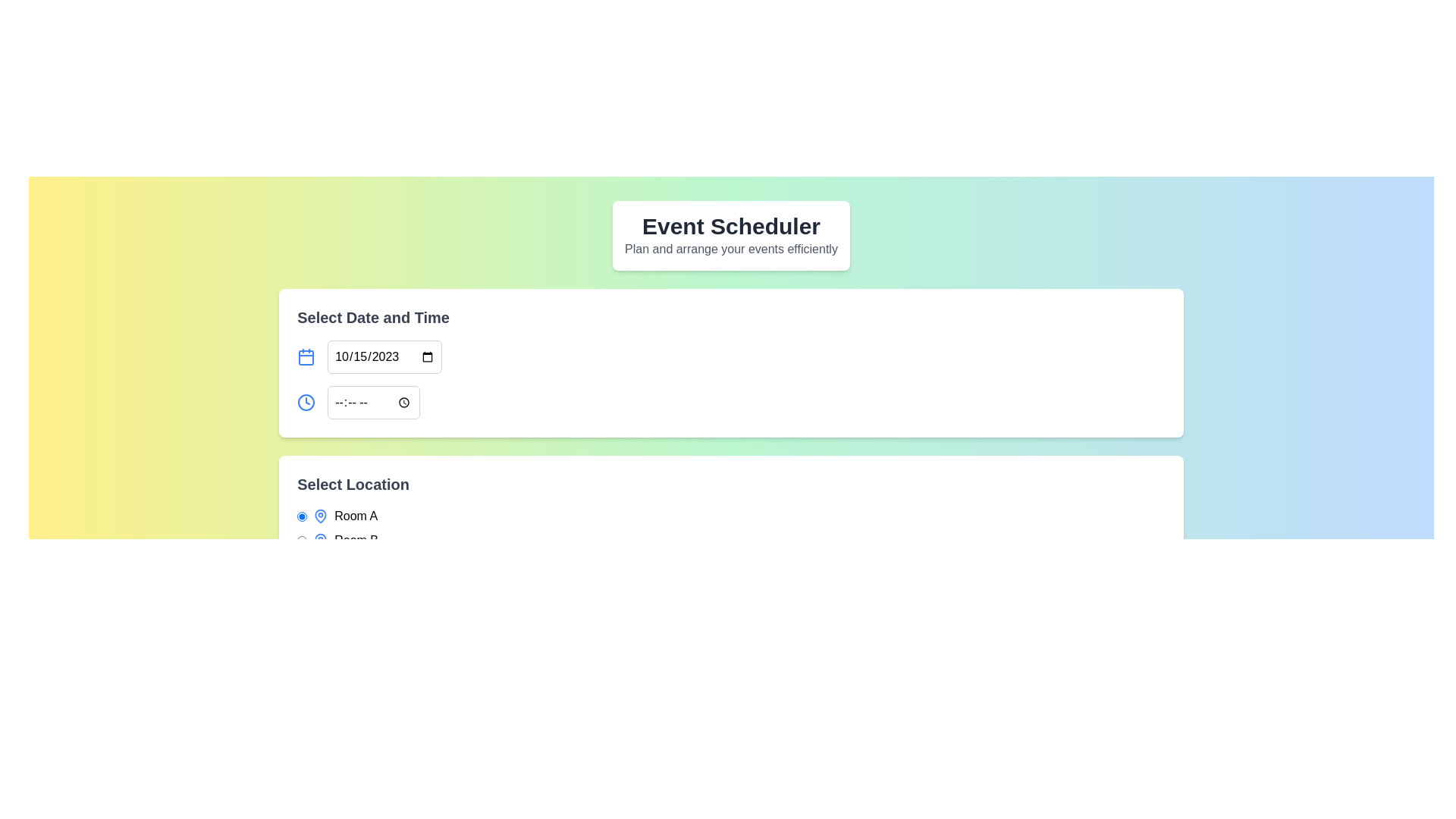 This screenshot has width=1456, height=819. Describe the element at coordinates (356, 540) in the screenshot. I see `the text label displaying 'Room B', which is positioned to the far-right side of the grouping that includes a radio button and an icon` at that location.